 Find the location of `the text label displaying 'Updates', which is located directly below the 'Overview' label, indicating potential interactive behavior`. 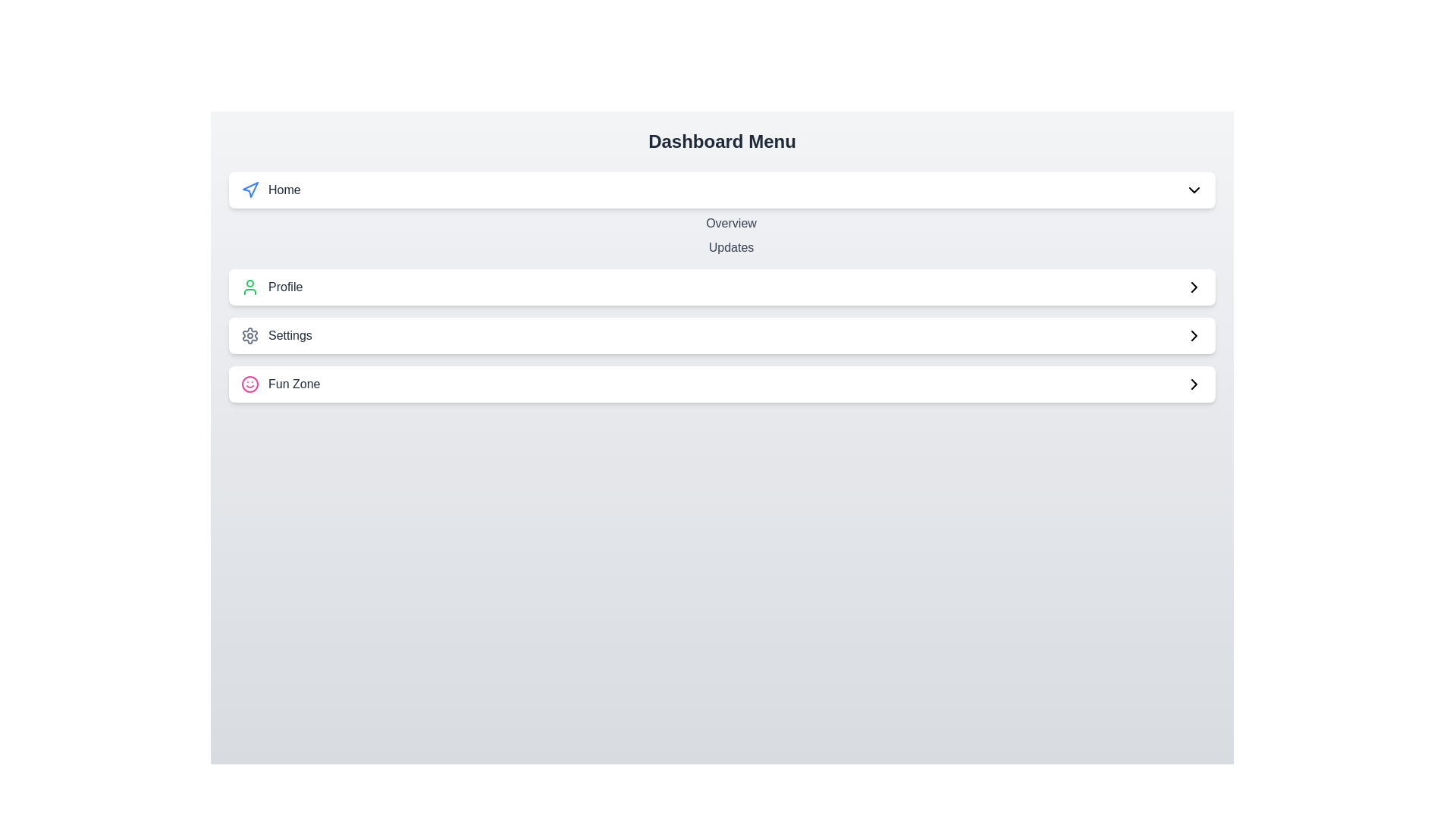

the text label displaying 'Updates', which is located directly below the 'Overview' label, indicating potential interactive behavior is located at coordinates (731, 247).